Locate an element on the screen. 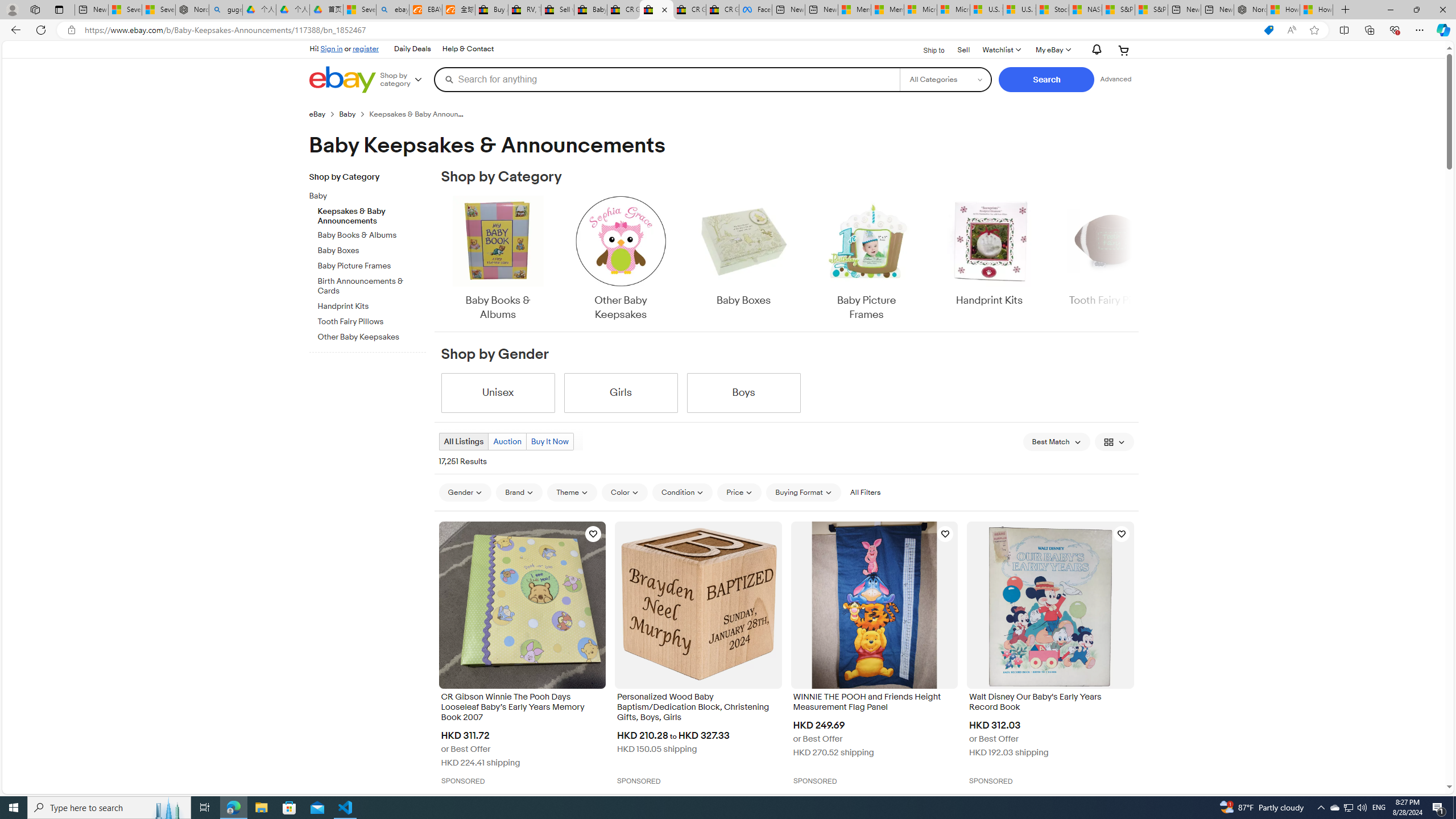 This screenshot has height=819, width=1456. 'Auction' is located at coordinates (507, 441).